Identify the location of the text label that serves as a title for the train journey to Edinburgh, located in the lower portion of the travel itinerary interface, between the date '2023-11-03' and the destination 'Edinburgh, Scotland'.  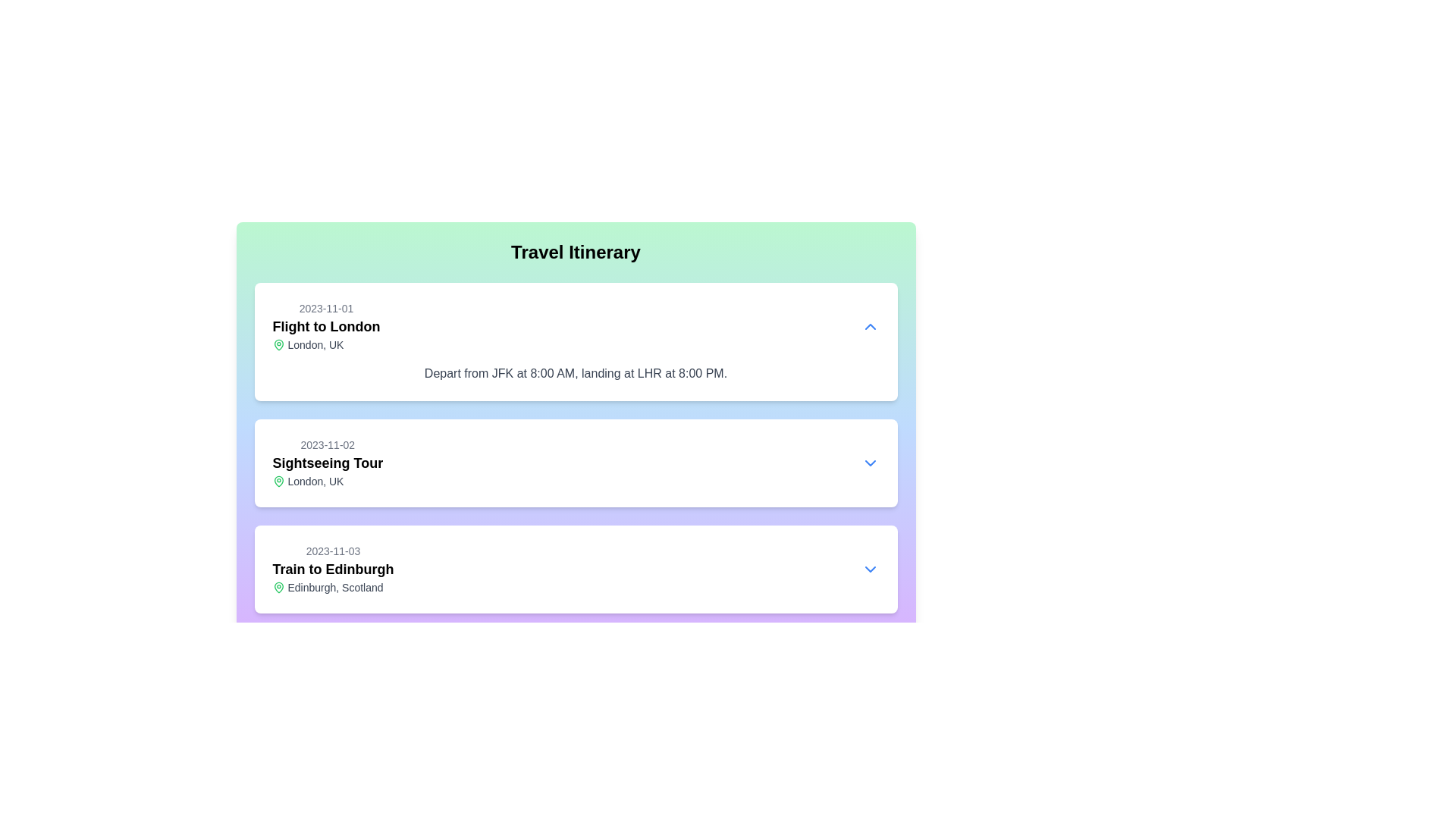
(332, 570).